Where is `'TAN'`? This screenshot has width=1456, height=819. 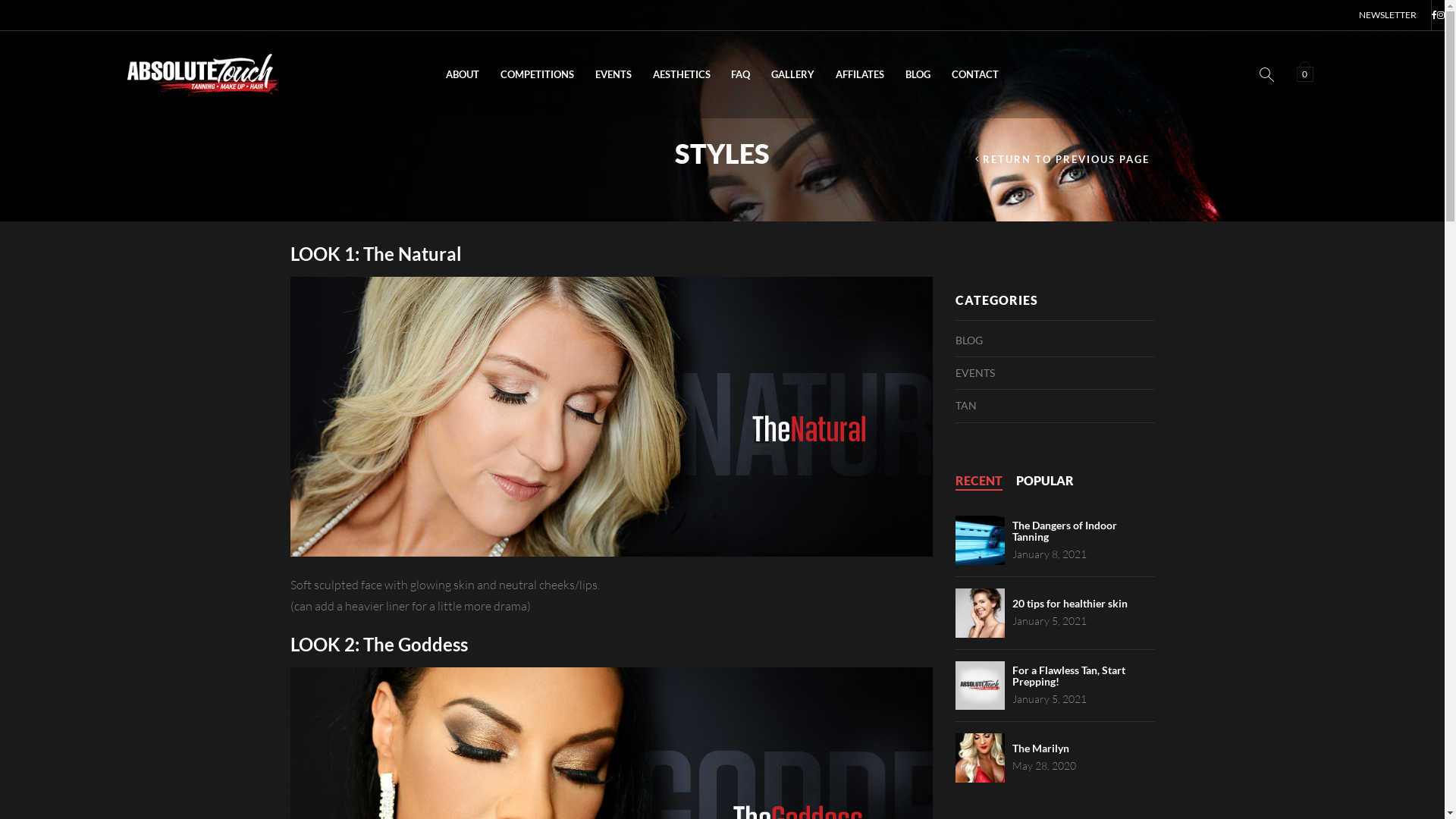
'TAN' is located at coordinates (954, 405).